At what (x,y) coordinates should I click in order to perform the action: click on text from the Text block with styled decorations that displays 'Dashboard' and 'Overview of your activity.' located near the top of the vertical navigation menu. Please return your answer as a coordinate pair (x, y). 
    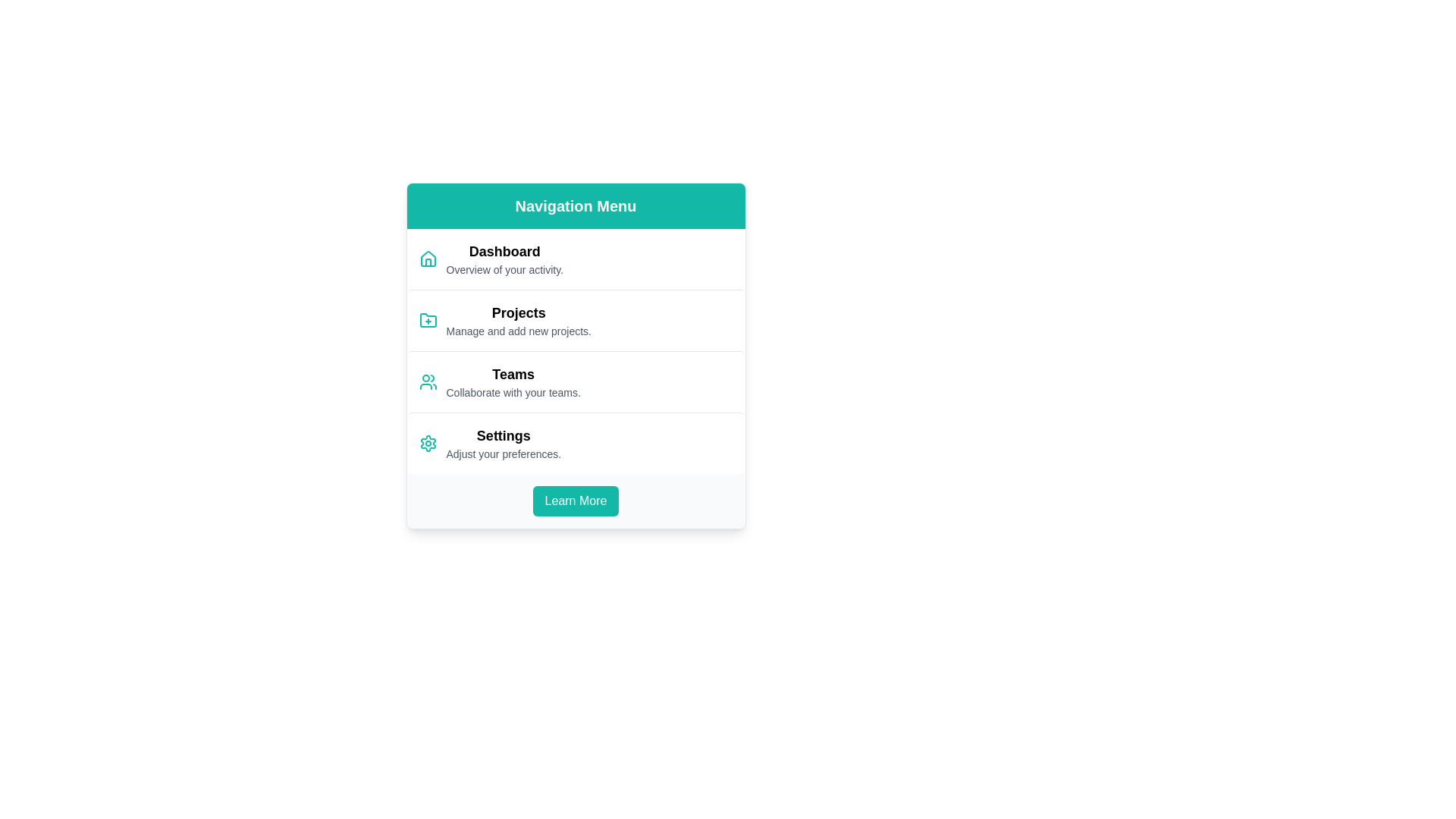
    Looking at the image, I should click on (504, 259).